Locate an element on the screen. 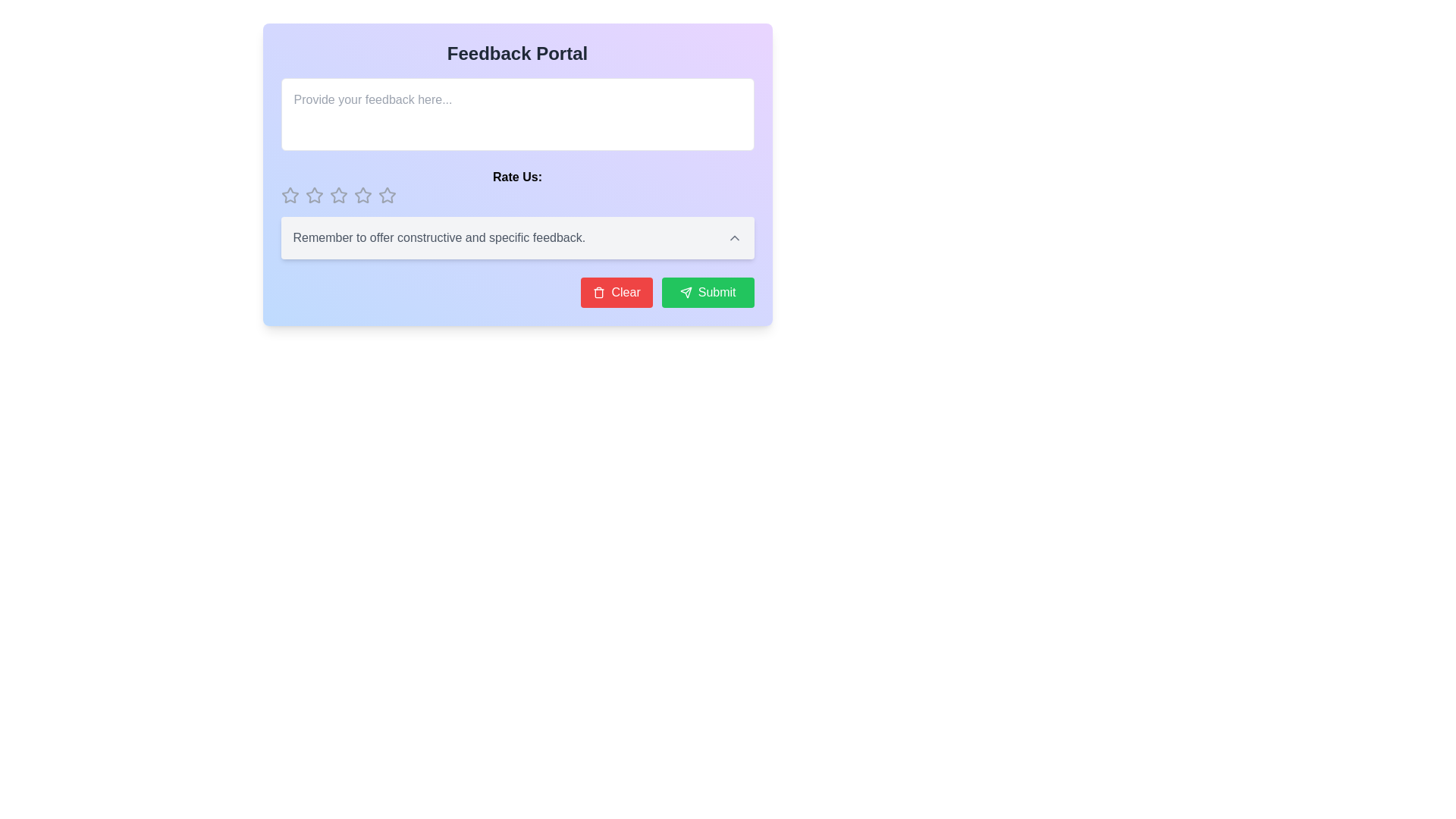 The width and height of the screenshot is (1456, 819). the fourth star icon in the rating widget is located at coordinates (362, 194).